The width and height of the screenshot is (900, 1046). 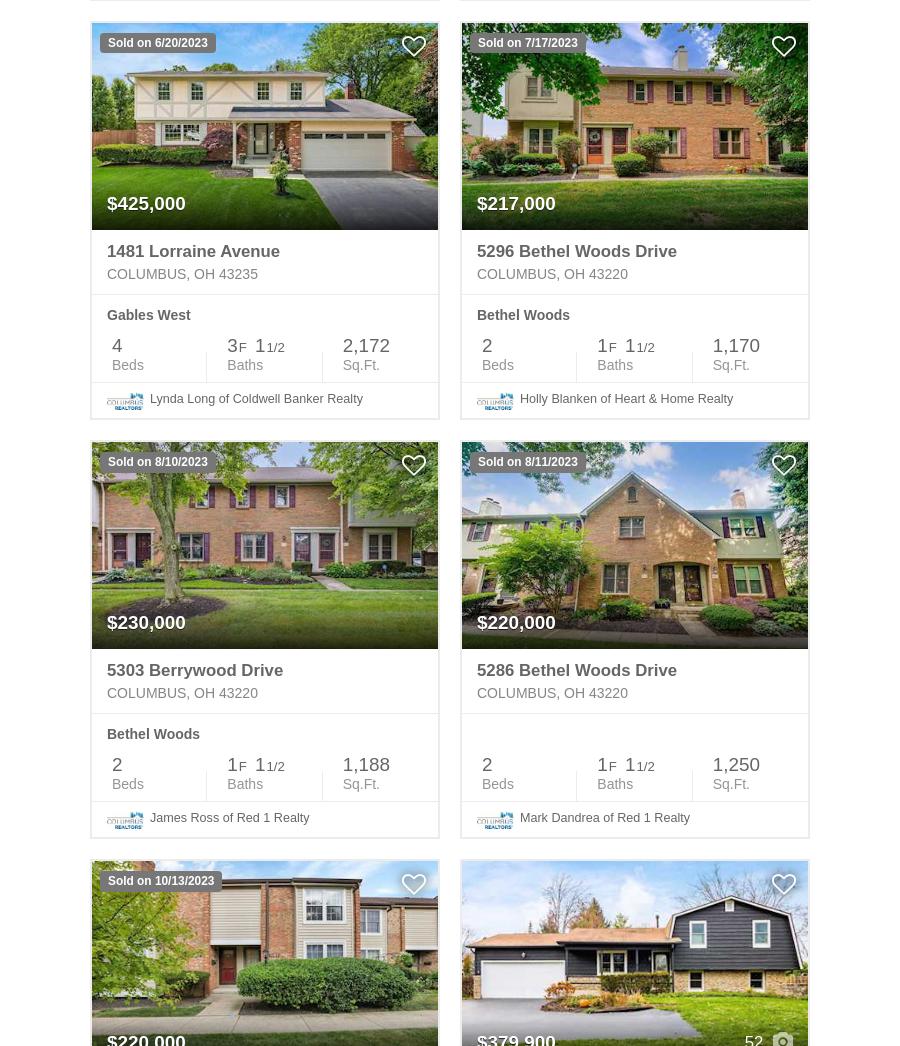 What do you see at coordinates (227, 817) in the screenshot?
I see `'James Ross of Red 1 Realty'` at bounding box center [227, 817].